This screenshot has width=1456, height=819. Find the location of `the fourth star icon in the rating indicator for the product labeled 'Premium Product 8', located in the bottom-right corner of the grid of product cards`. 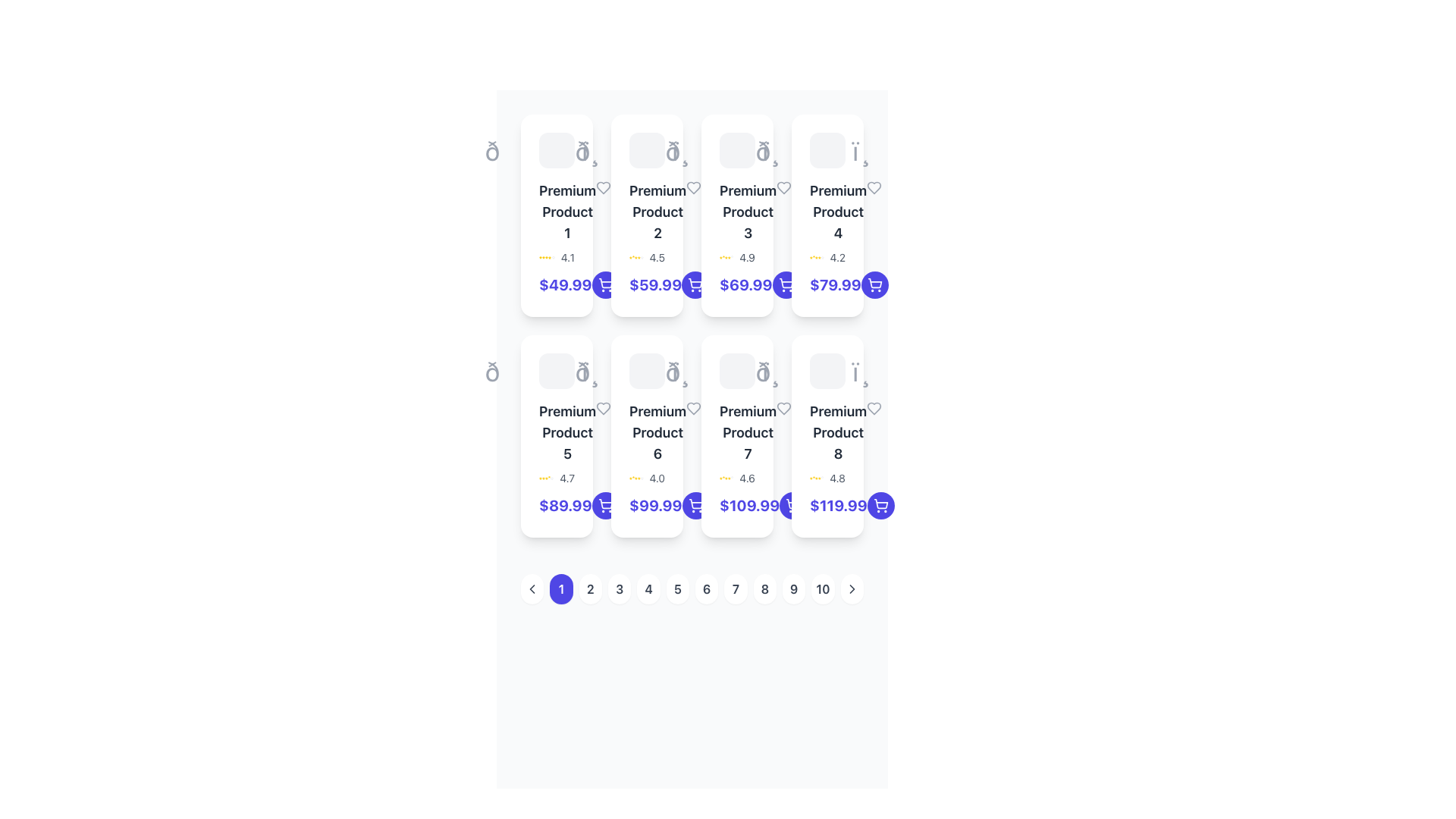

the fourth star icon in the rating indicator for the product labeled 'Premium Product 8', located in the bottom-right corner of the grid of product cards is located at coordinates (816, 479).